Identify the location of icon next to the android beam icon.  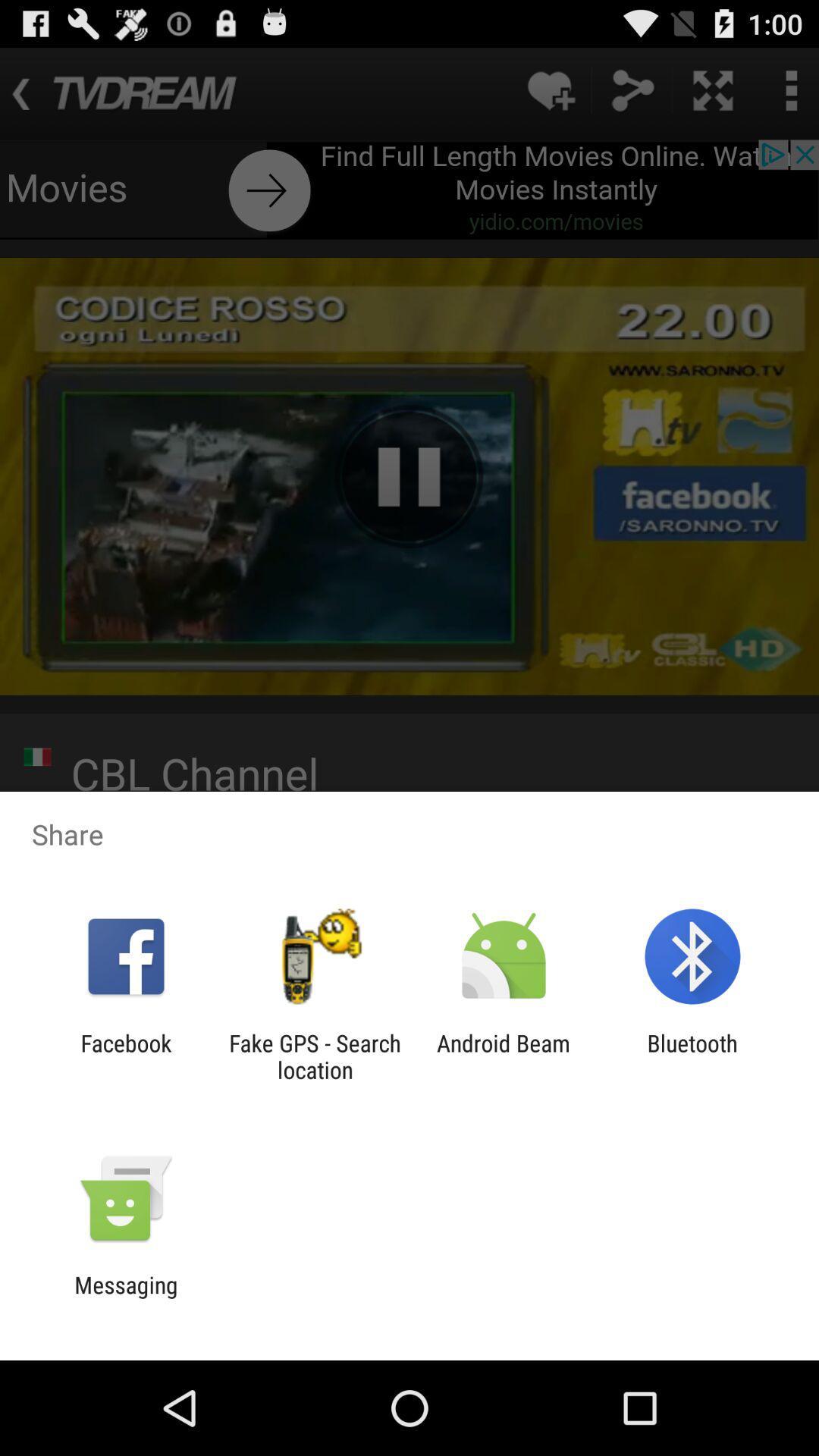
(314, 1056).